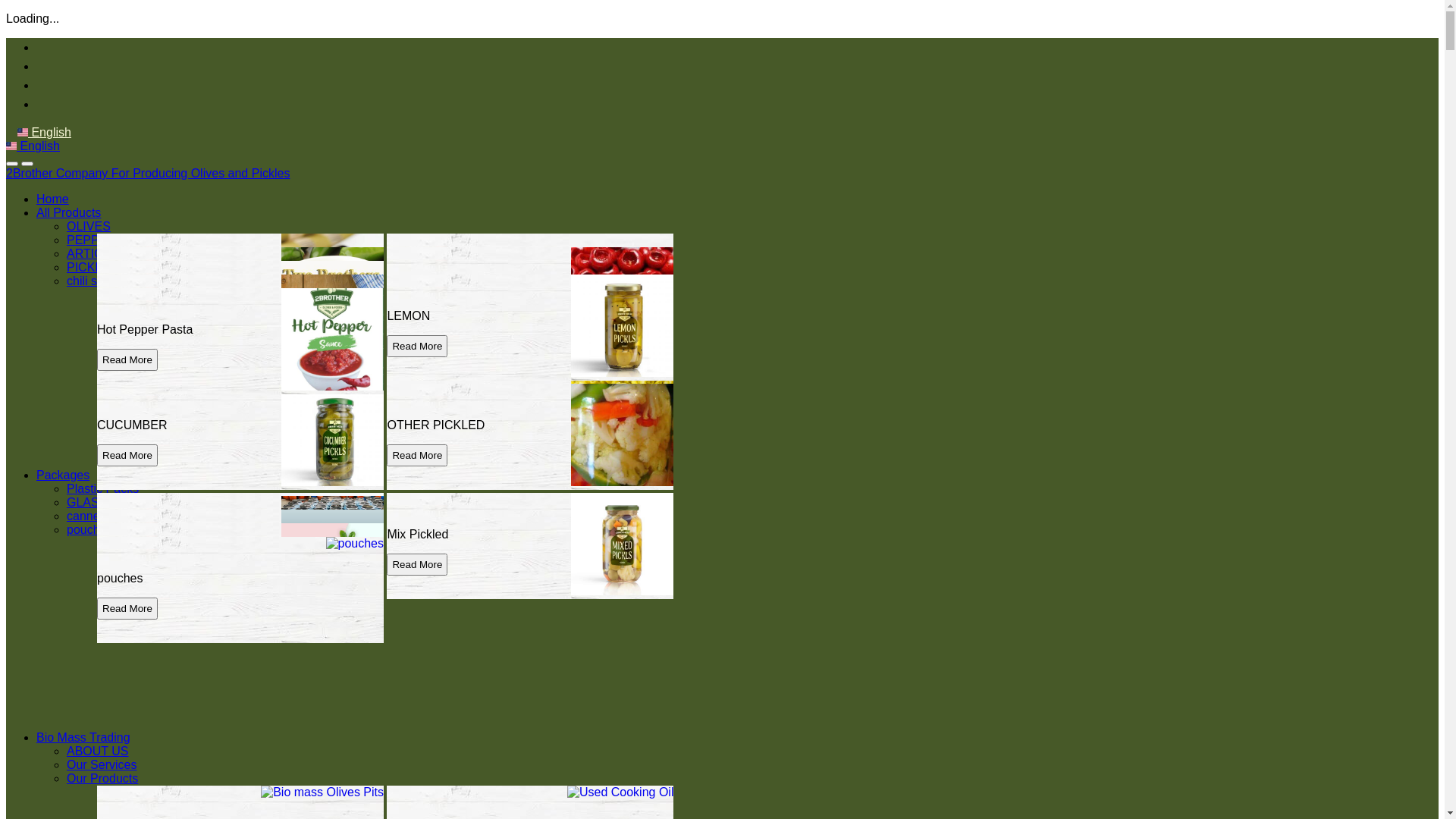  I want to click on 'Home', so click(36, 198).